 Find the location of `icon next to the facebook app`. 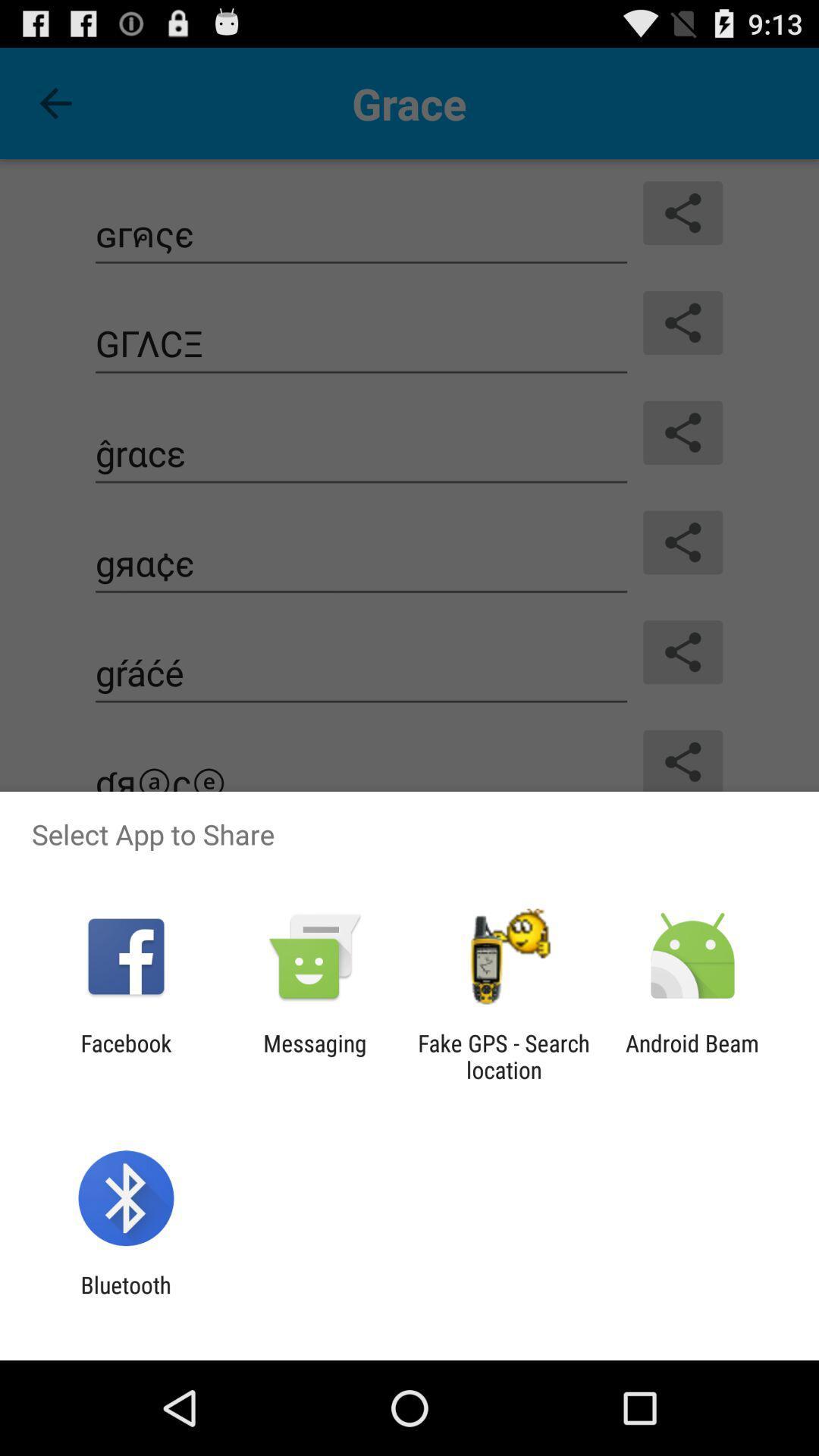

icon next to the facebook app is located at coordinates (314, 1056).